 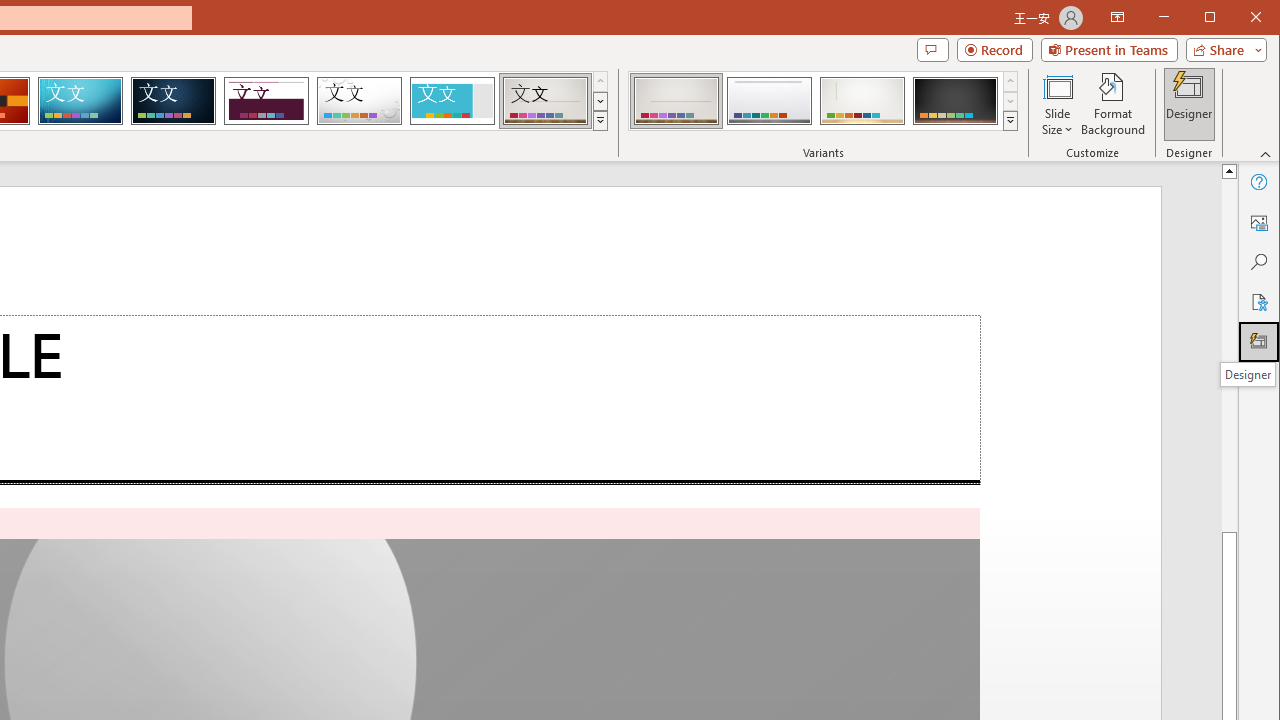 I want to click on 'Frame', so click(x=451, y=100).